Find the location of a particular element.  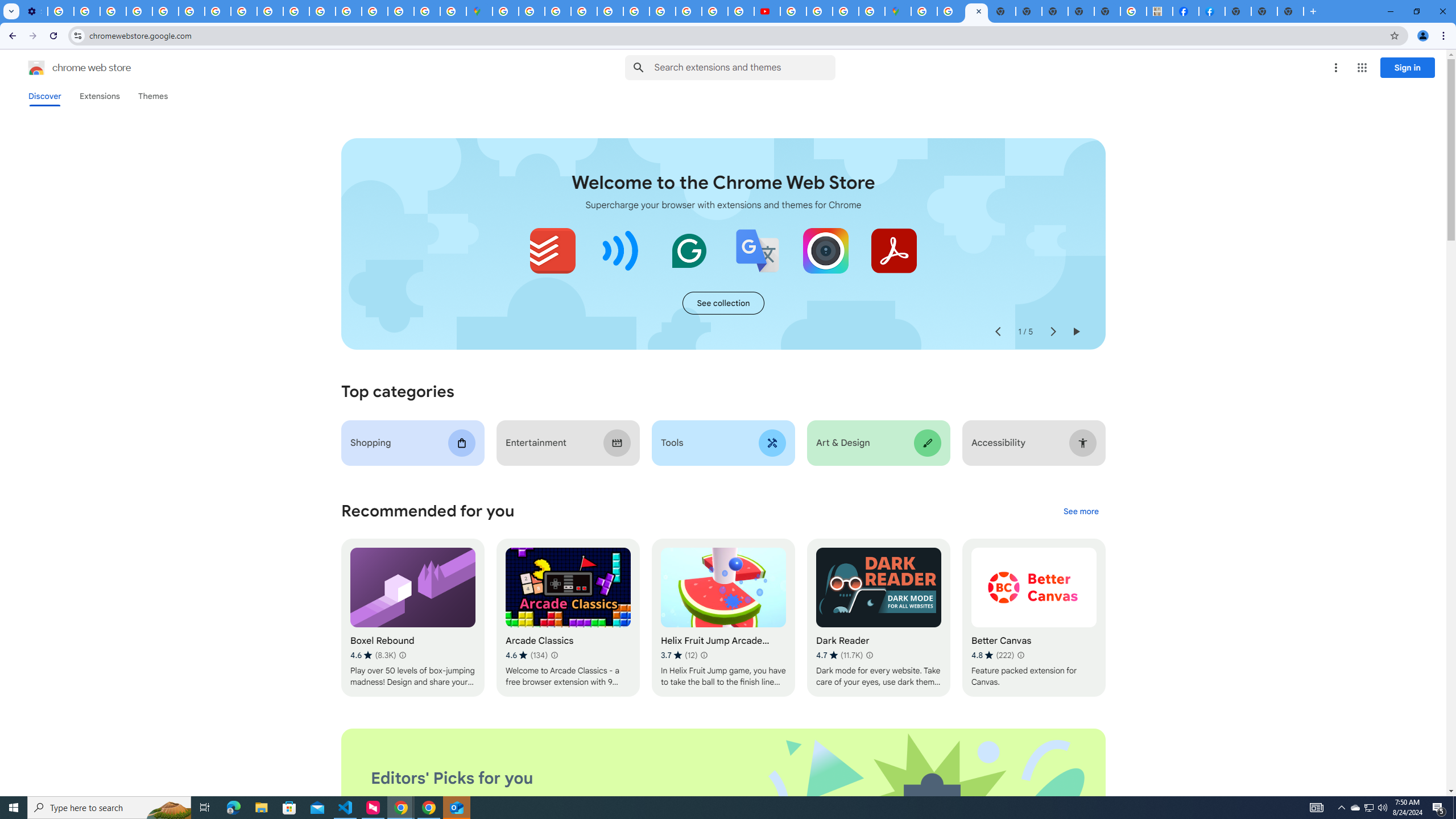

'Previous slide' is located at coordinates (996, 331).